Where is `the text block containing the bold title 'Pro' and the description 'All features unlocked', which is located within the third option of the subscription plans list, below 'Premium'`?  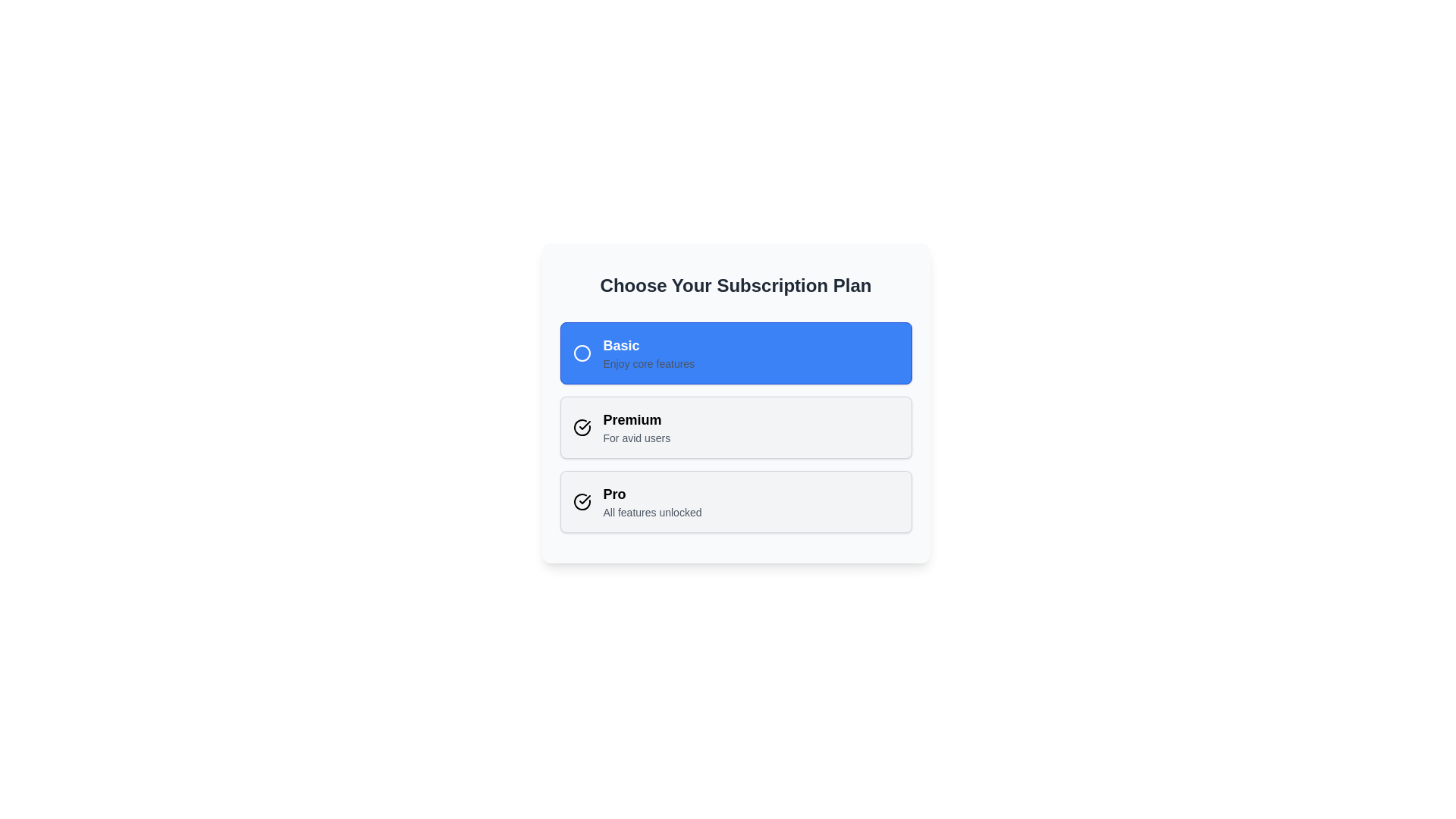 the text block containing the bold title 'Pro' and the description 'All features unlocked', which is located within the third option of the subscription plans list, below 'Premium' is located at coordinates (652, 502).